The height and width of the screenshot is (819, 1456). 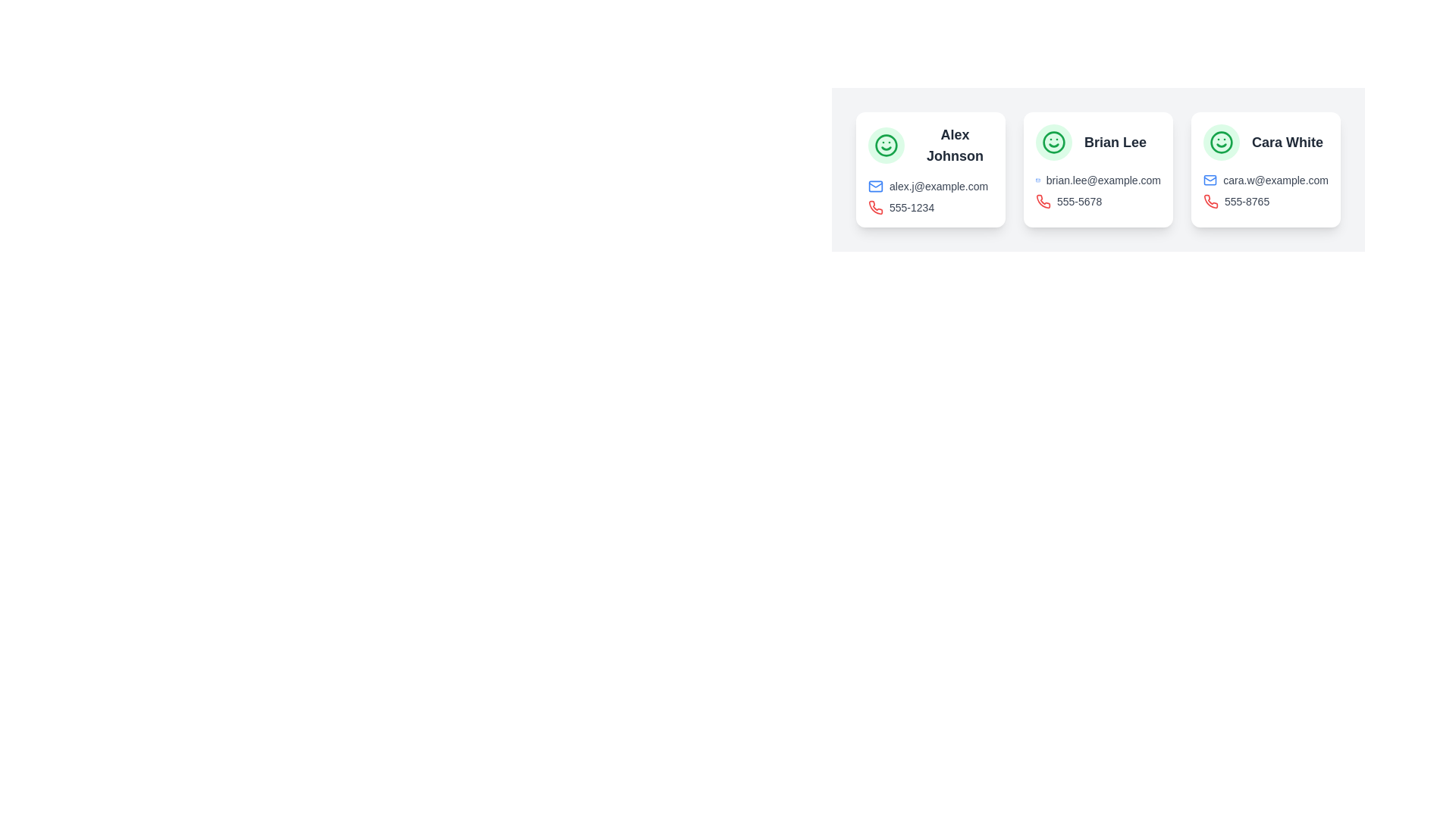 I want to click on displayed text 'Alex Johnson' from the bold text label located in the top right of the leftmost card, adjacent to the green smiley face icon, so click(x=930, y=146).